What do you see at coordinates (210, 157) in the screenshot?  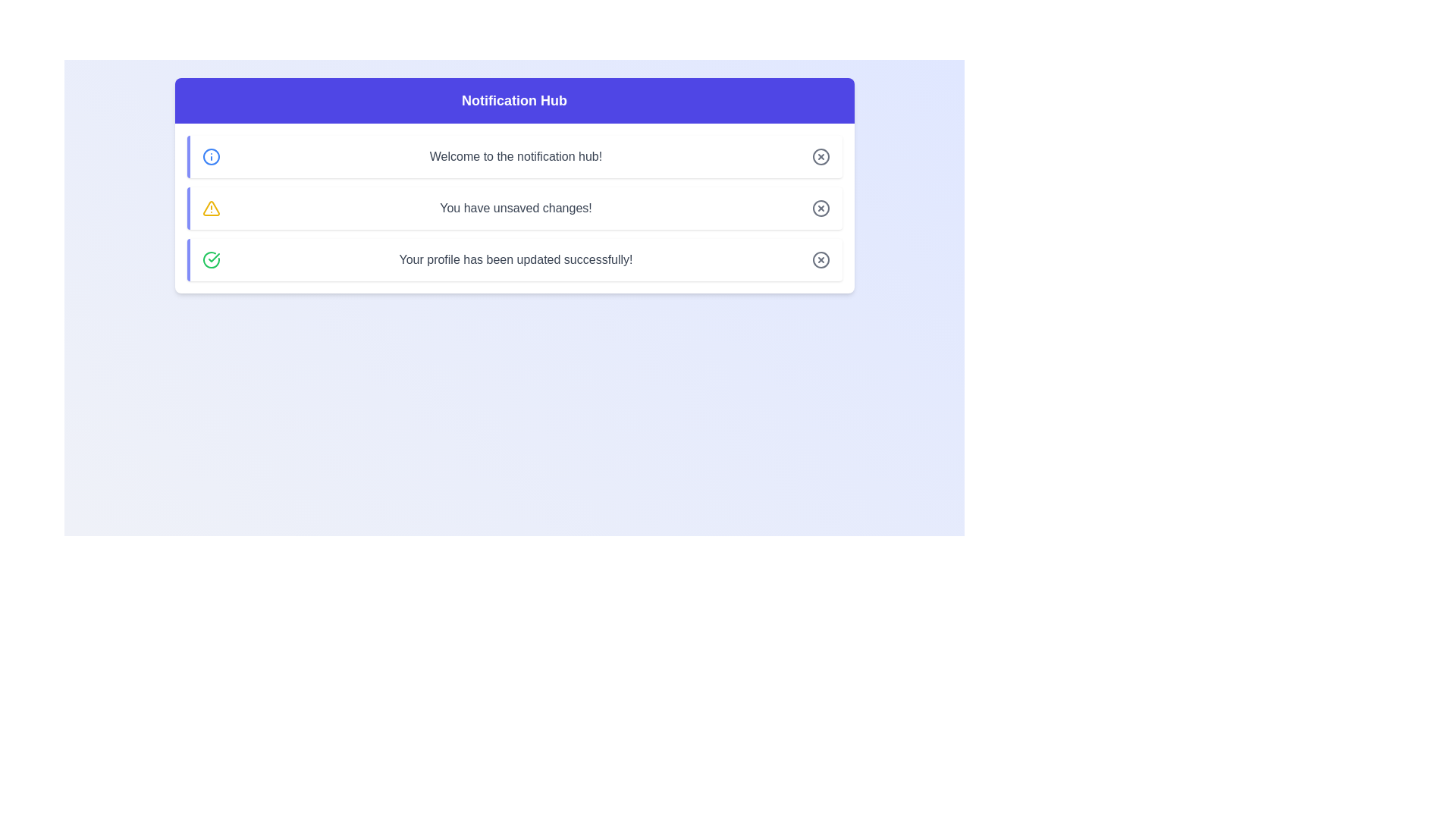 I see `the circular blue information icon located to the left of the text 'Welcome to the notification hub!'` at bounding box center [210, 157].